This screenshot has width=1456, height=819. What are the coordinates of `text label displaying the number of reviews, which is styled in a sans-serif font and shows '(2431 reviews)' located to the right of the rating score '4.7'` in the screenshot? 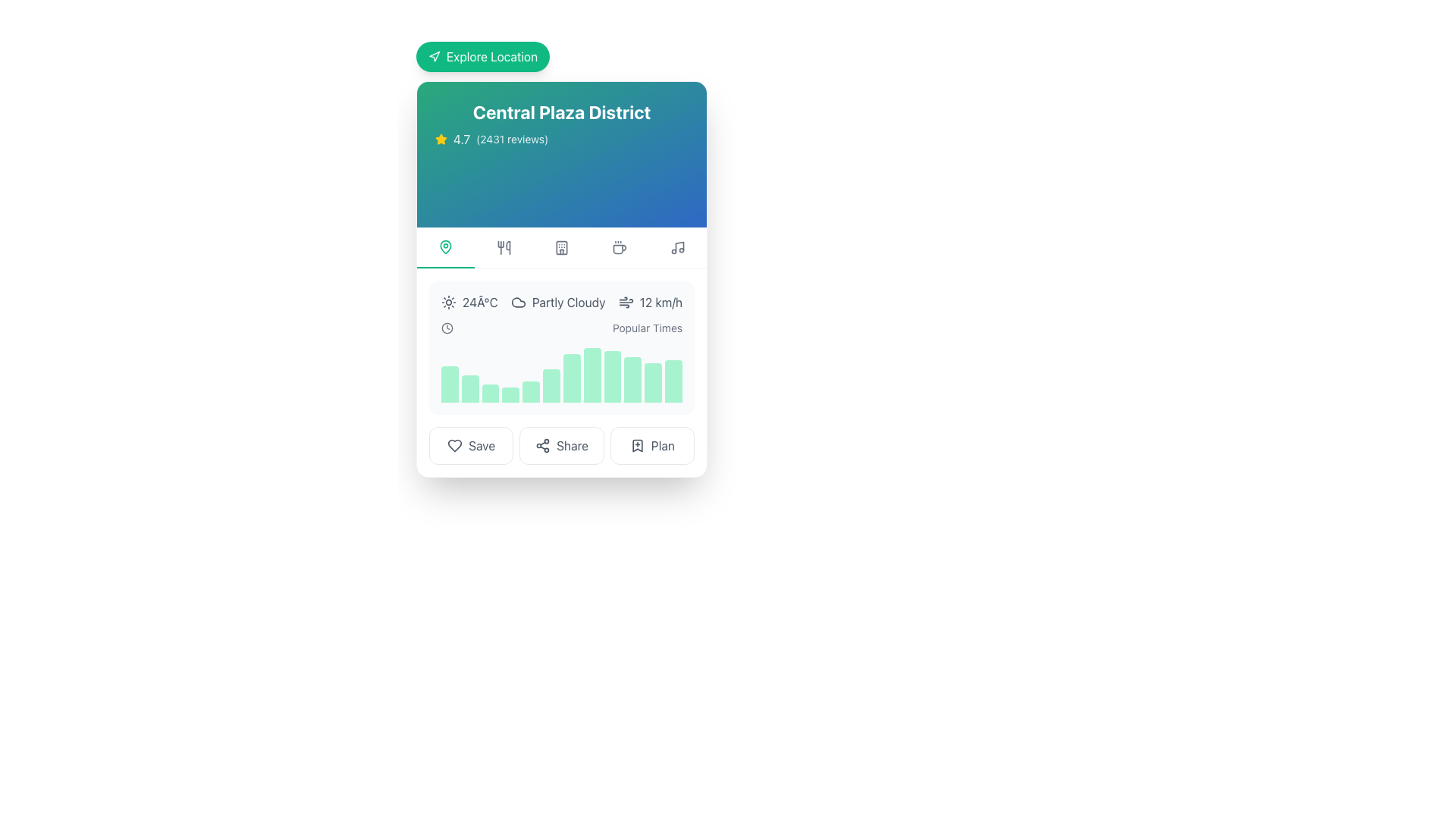 It's located at (512, 140).